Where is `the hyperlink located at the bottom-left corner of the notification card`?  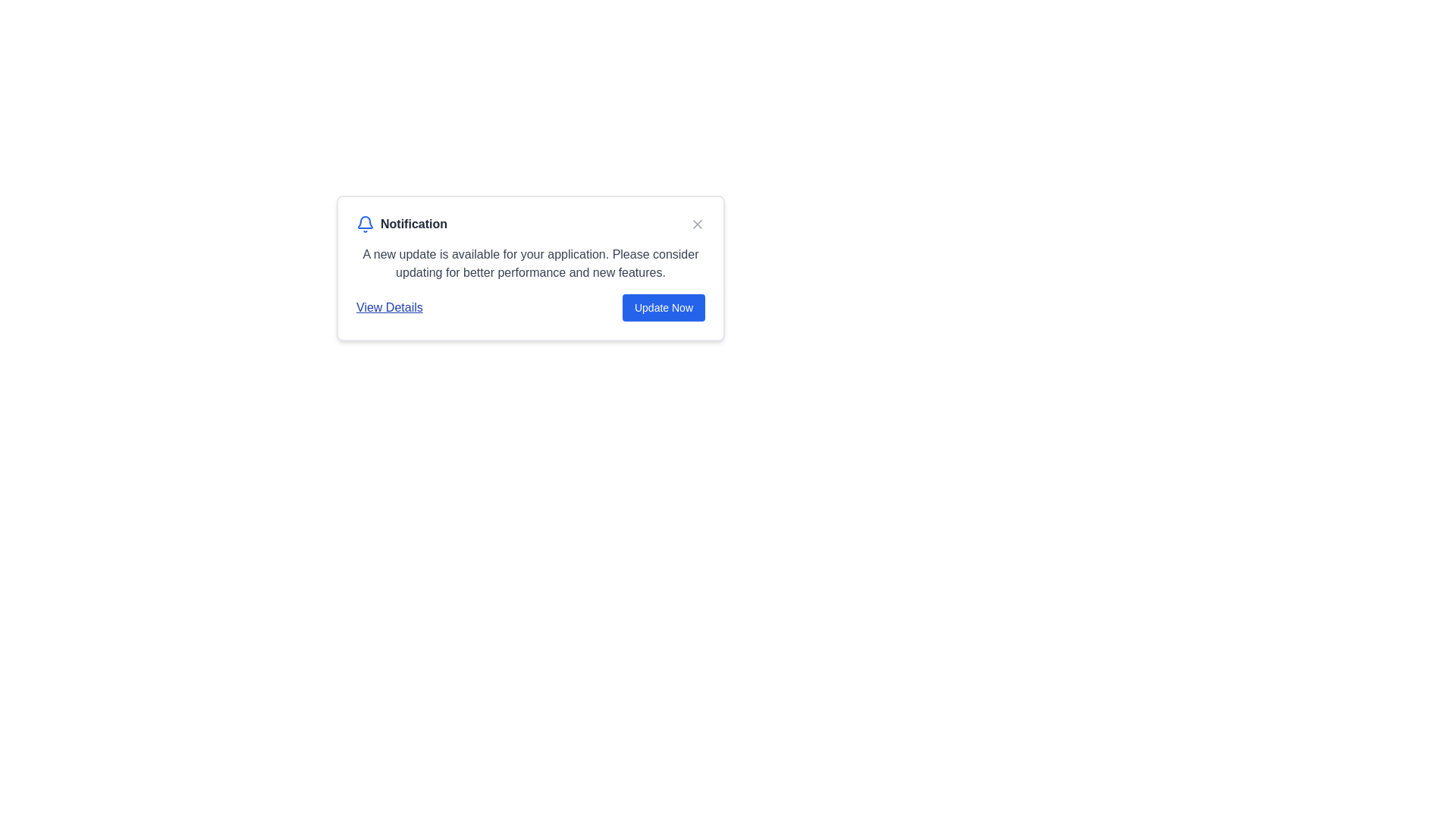 the hyperlink located at the bottom-left corner of the notification card is located at coordinates (389, 307).